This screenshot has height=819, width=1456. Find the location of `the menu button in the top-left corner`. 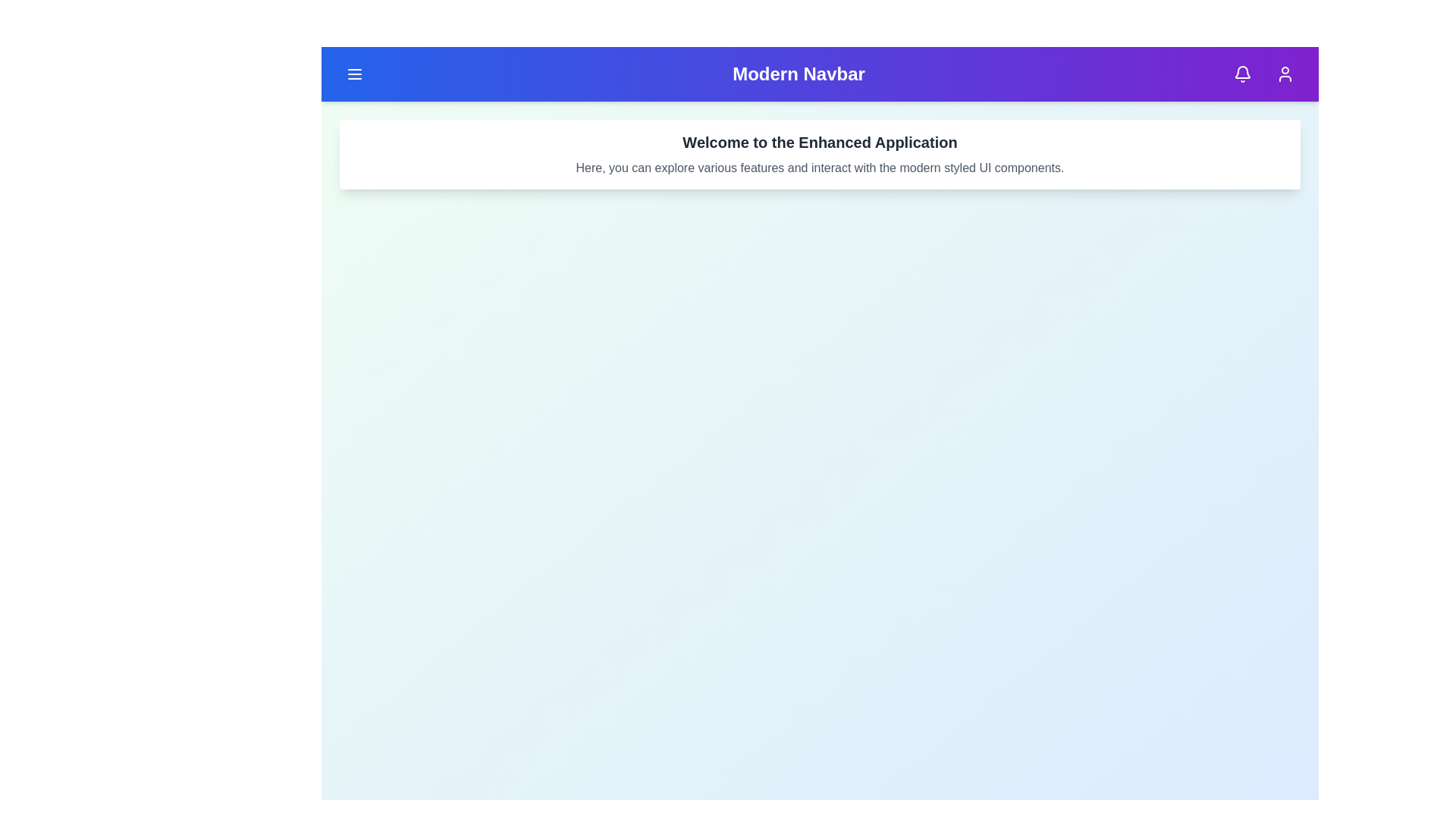

the menu button in the top-left corner is located at coordinates (353, 74).